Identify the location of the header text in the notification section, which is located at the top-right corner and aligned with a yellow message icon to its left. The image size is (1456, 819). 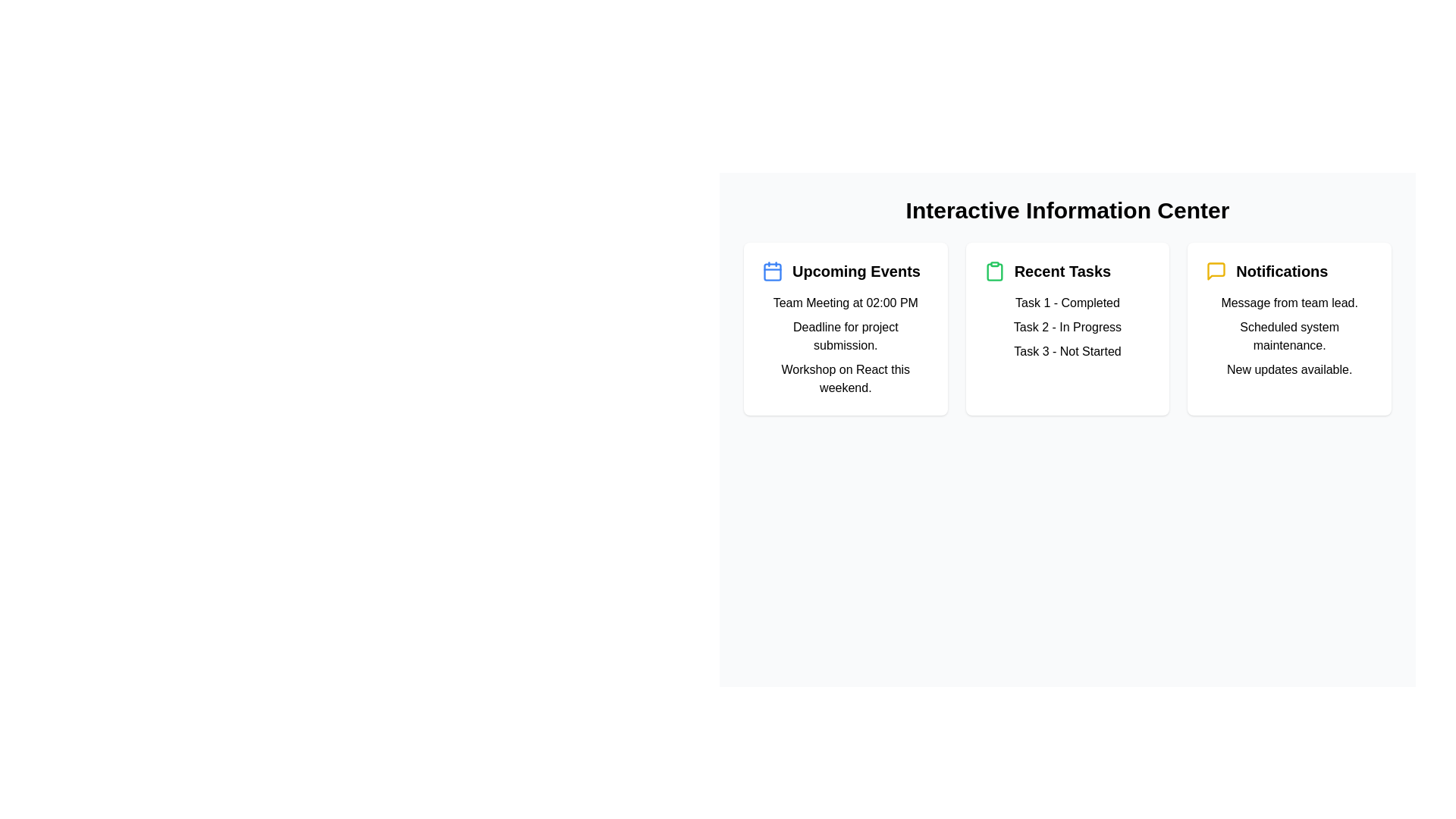
(1281, 271).